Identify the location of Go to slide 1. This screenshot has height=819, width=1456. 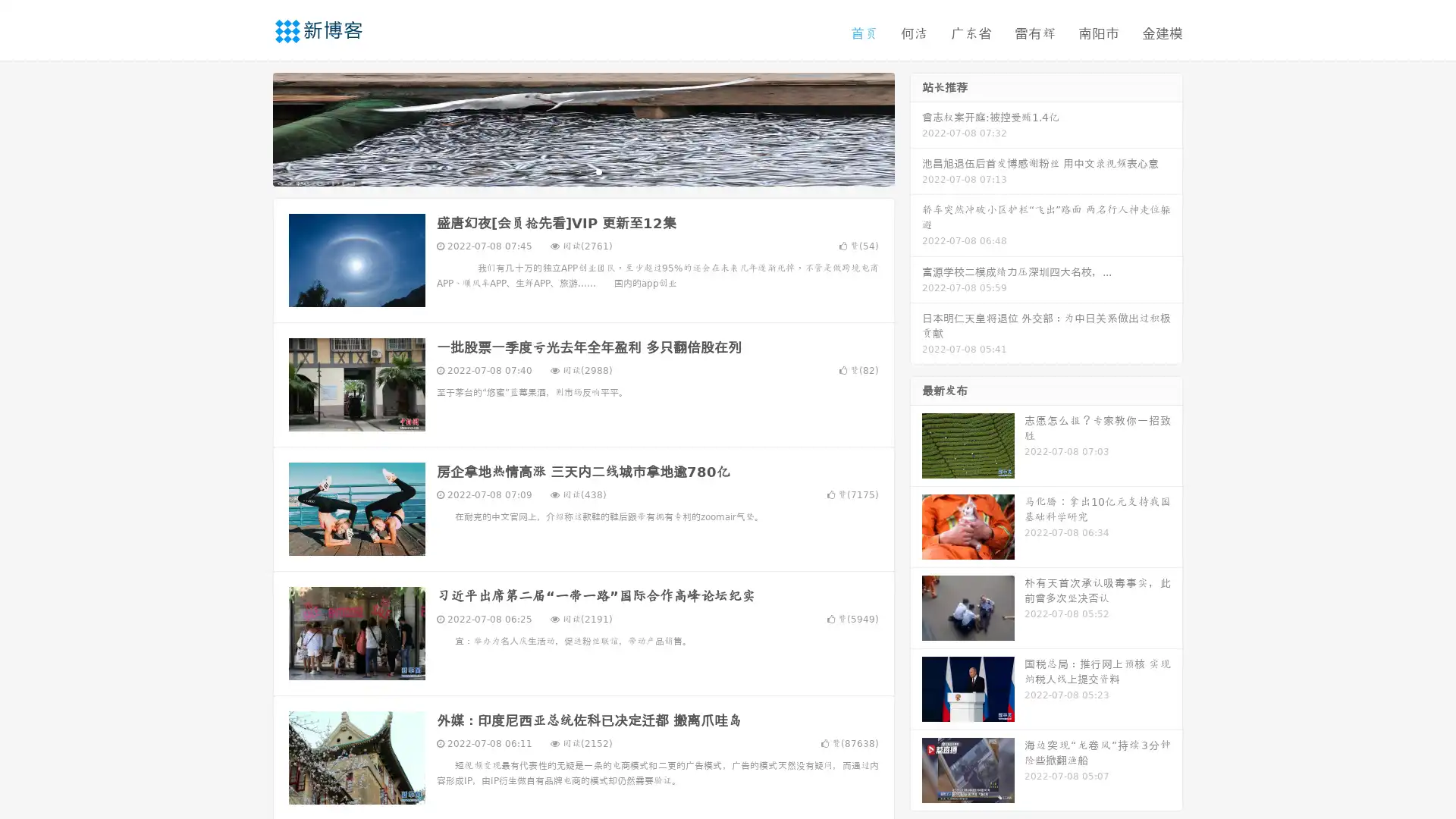
(567, 171).